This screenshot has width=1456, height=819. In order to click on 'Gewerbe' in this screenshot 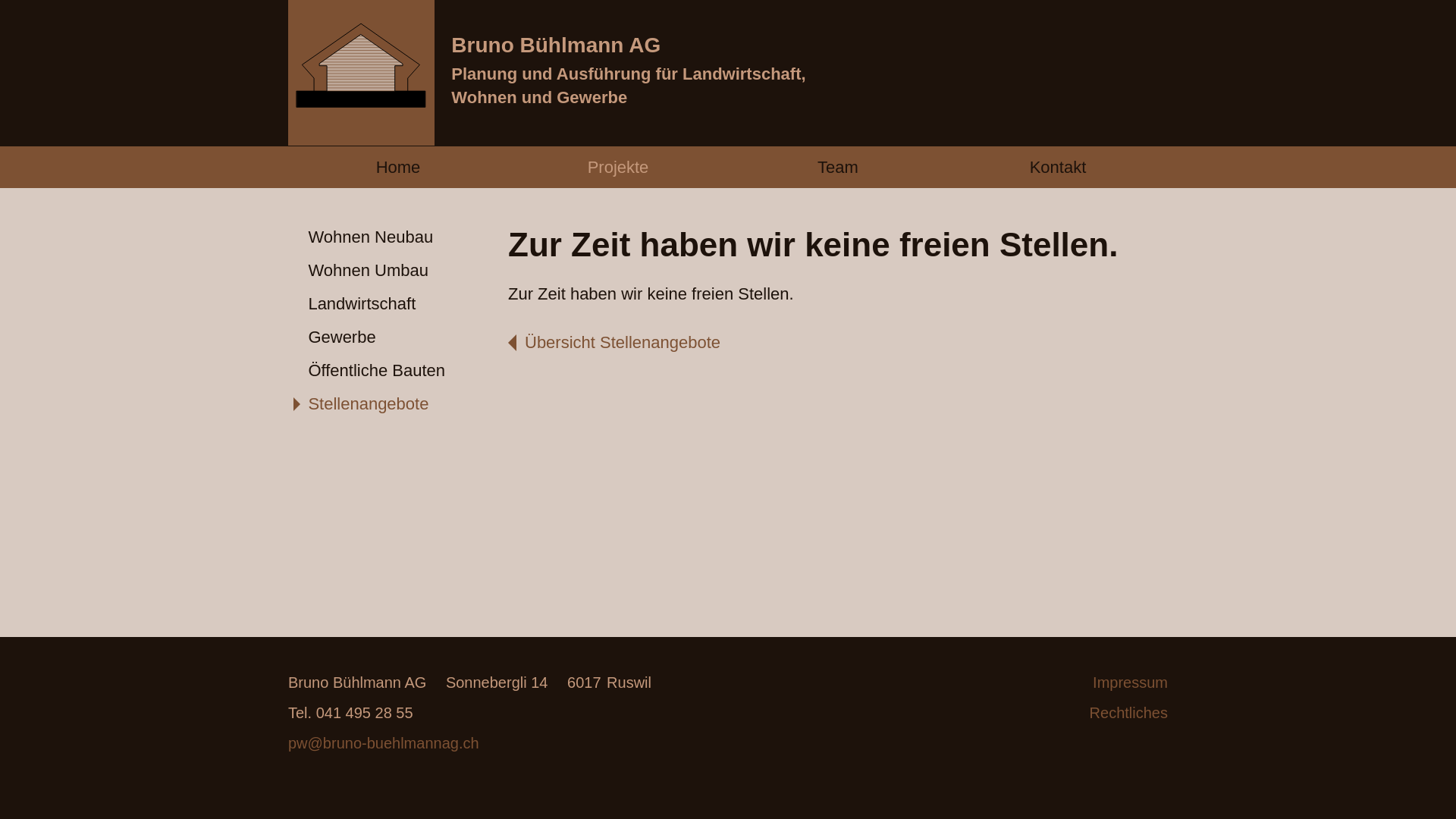, I will do `click(287, 337)`.